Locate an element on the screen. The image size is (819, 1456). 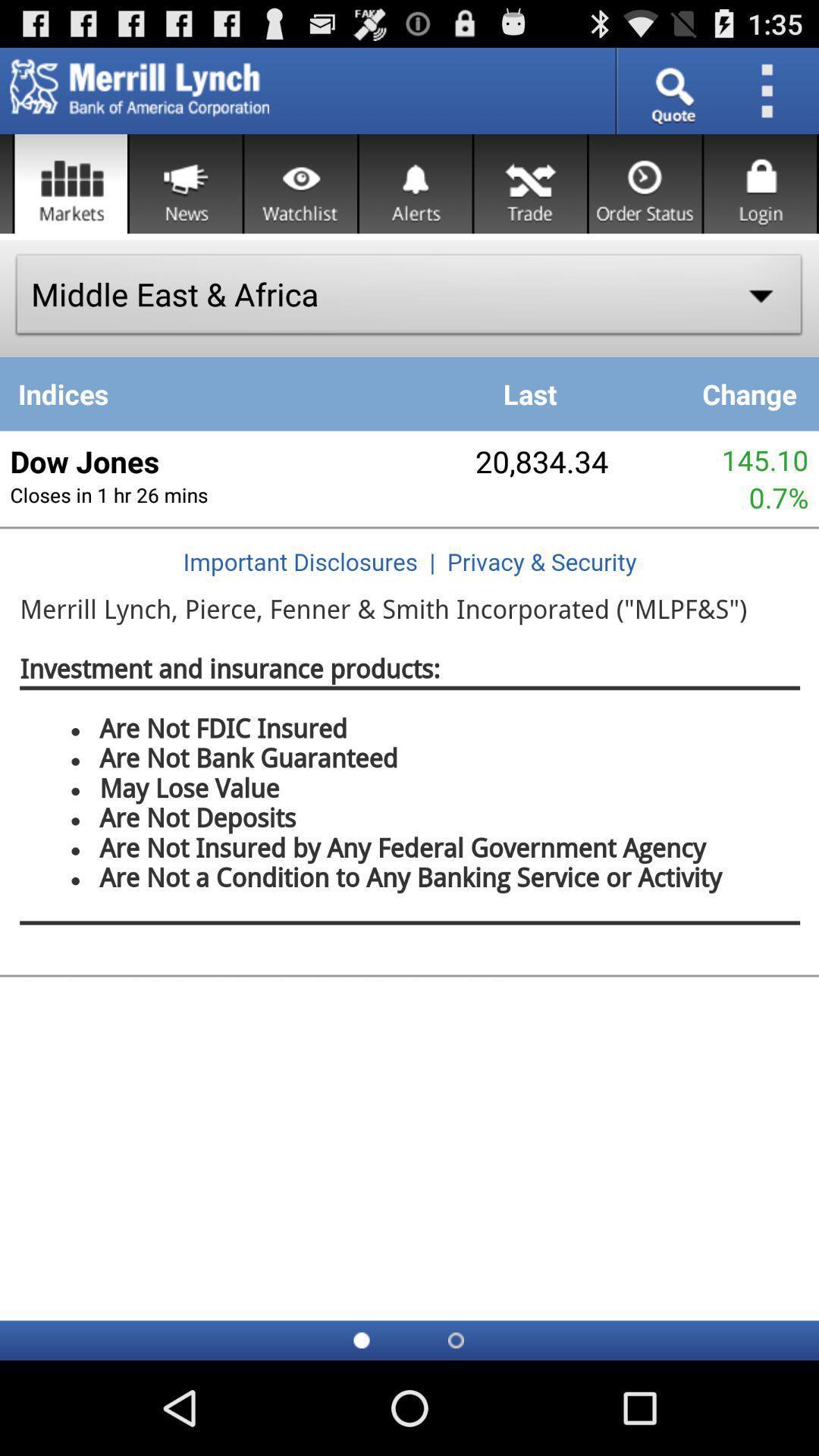
the visibility icon is located at coordinates (300, 196).